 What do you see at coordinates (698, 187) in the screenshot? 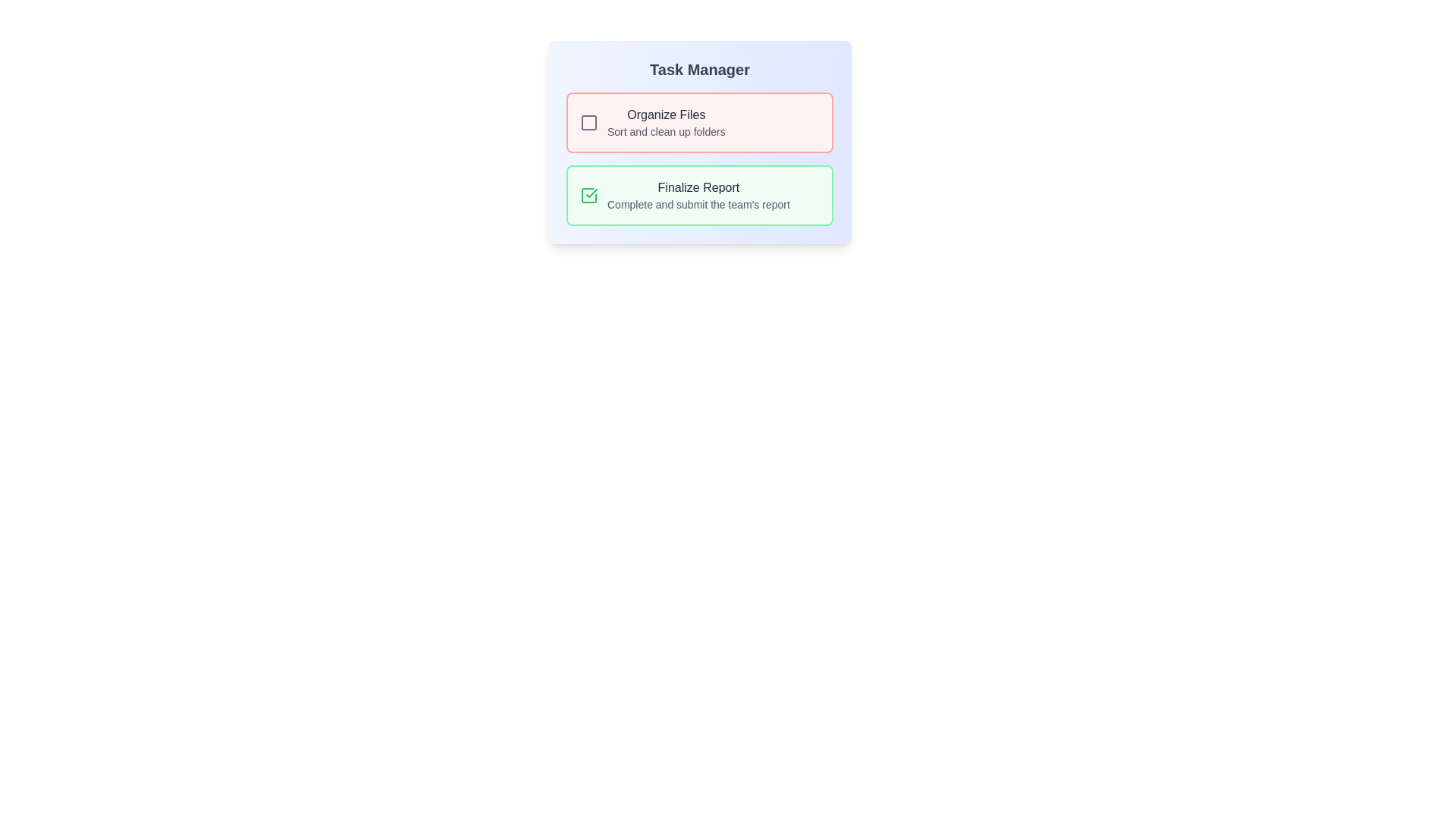
I see `the Text Label that serves as the title for a task item, located in the bottom task item of the 'Task Manager' interface, identified by its green highlighted border` at bounding box center [698, 187].